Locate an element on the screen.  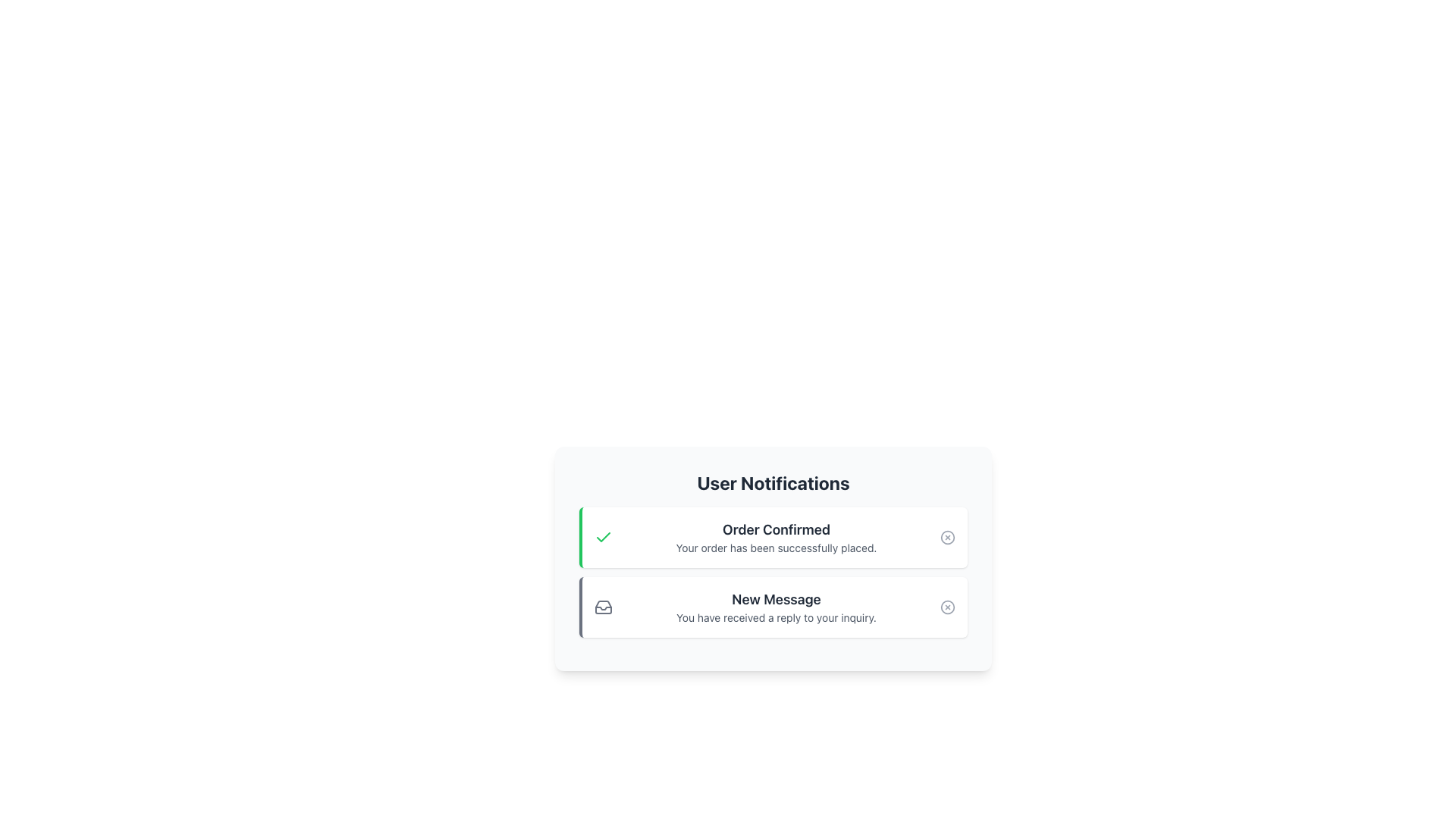
the green check mark icon that confirms the successful placement of an order, located to the left of the 'Order Confirmed' notification text within the 'User Notifications' card is located at coordinates (603, 537).